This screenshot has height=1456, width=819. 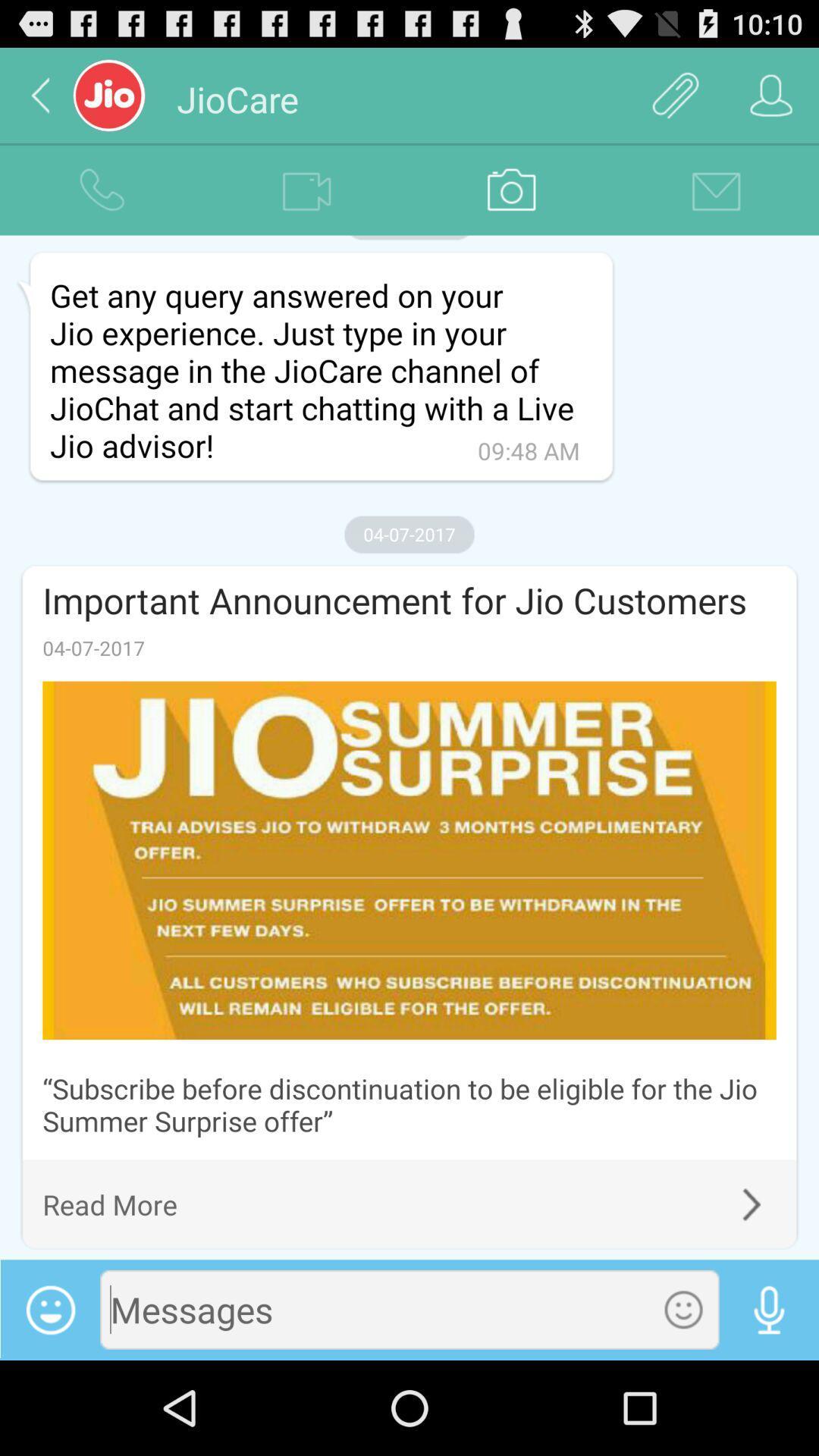 I want to click on the emoji icon, so click(x=49, y=1401).